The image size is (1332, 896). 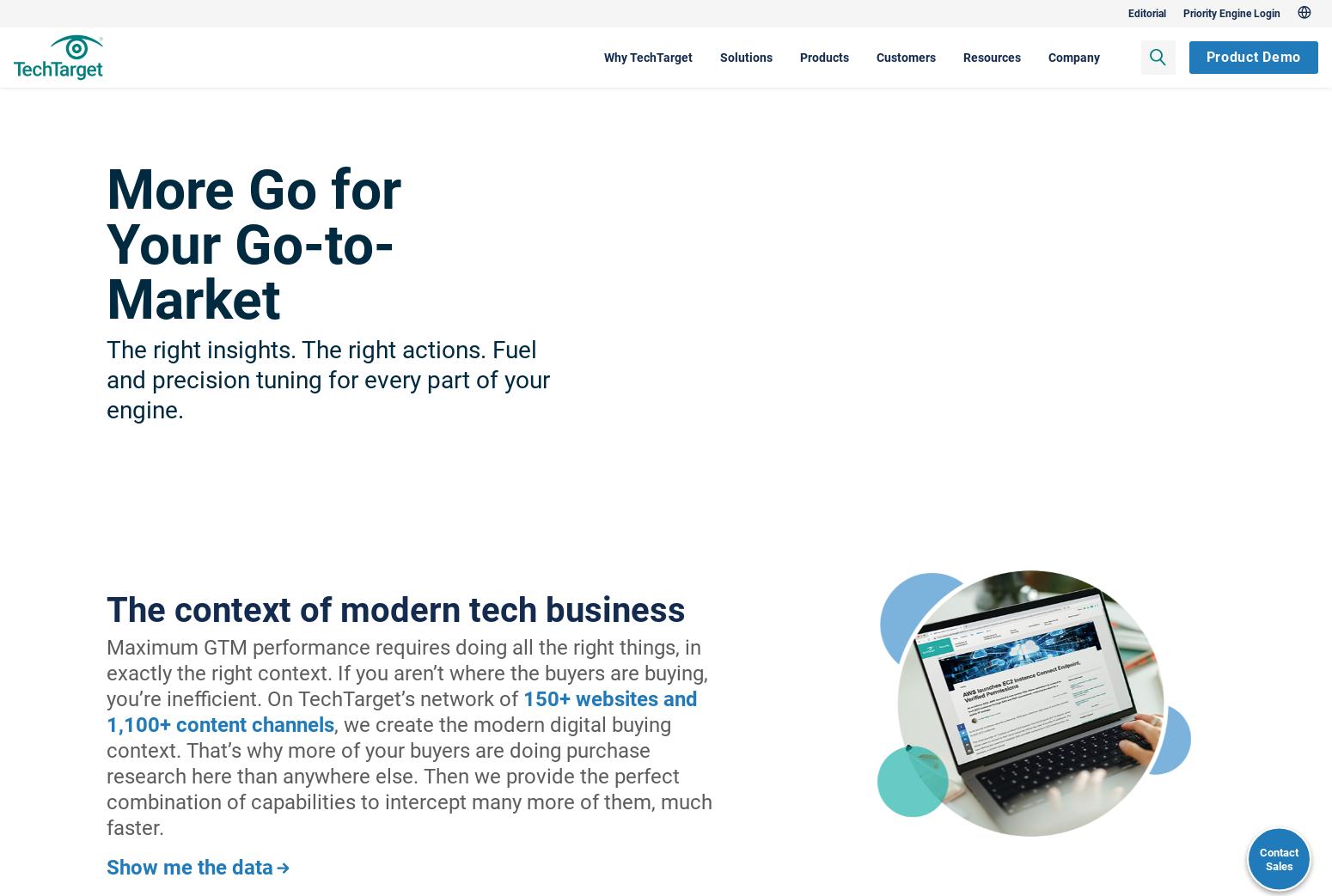 I want to click on 'Priority Engine Login', so click(x=1139, y=12).